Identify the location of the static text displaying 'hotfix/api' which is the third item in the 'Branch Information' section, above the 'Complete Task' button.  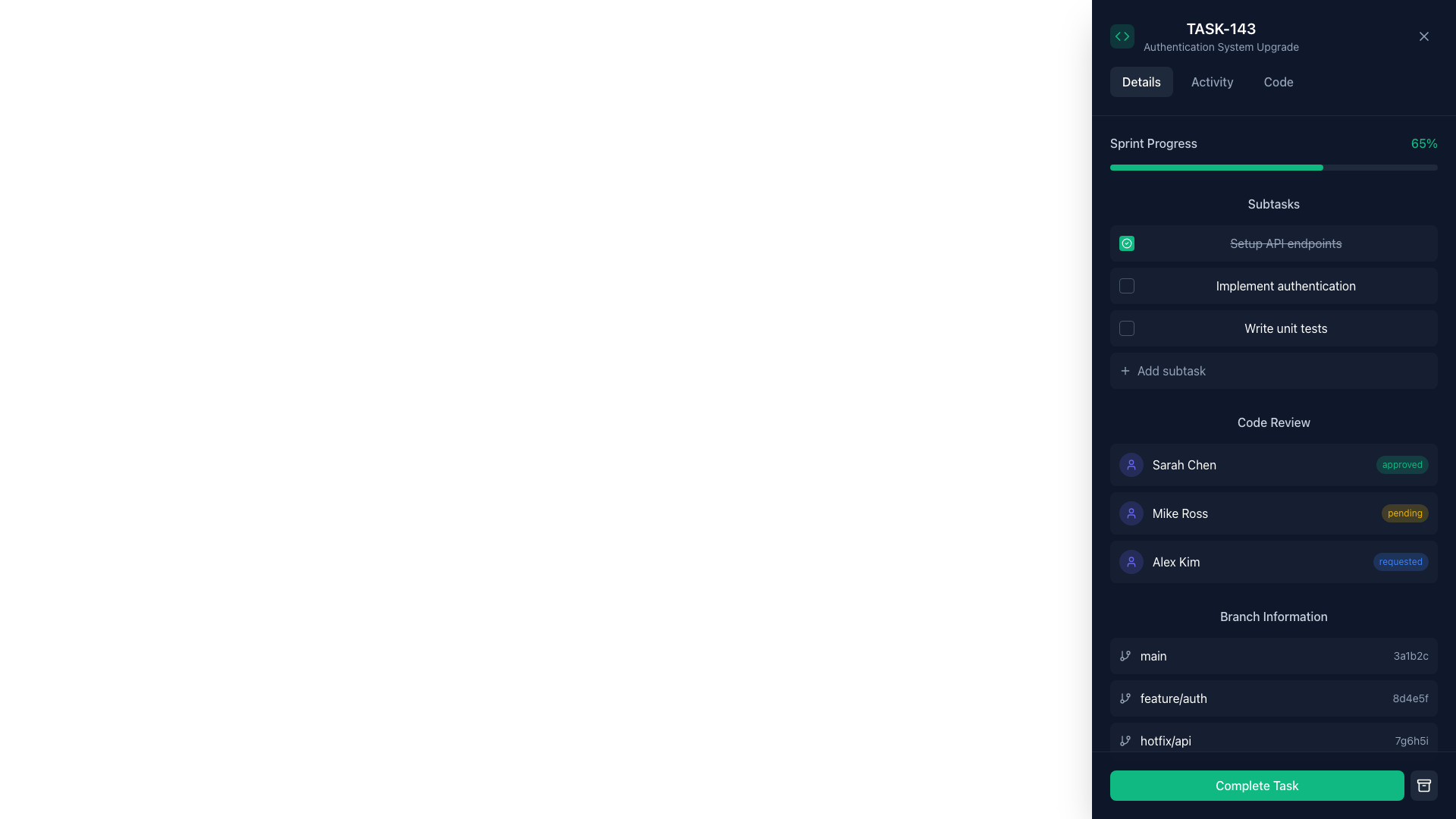
(1165, 739).